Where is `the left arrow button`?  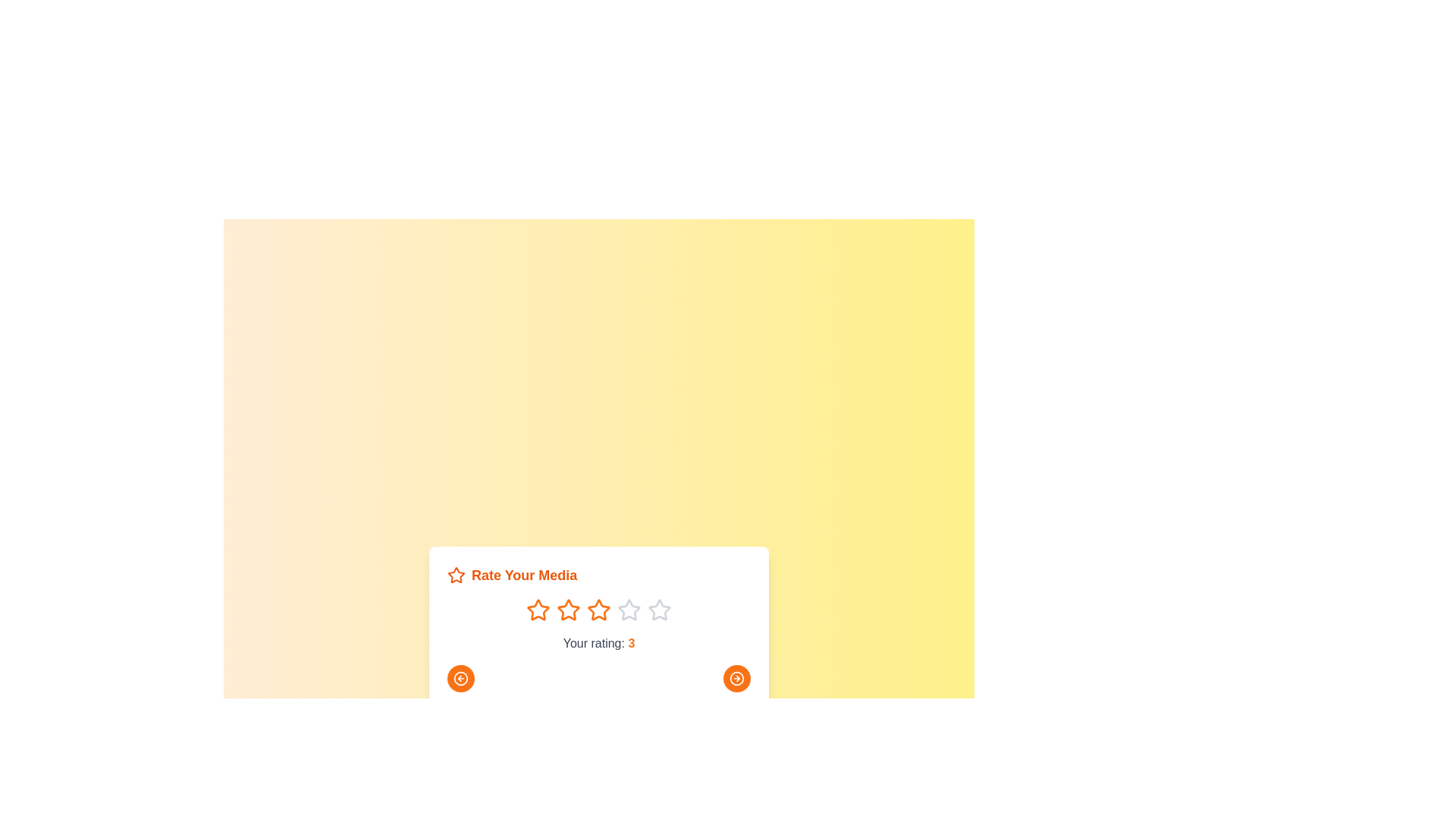 the left arrow button is located at coordinates (460, 677).